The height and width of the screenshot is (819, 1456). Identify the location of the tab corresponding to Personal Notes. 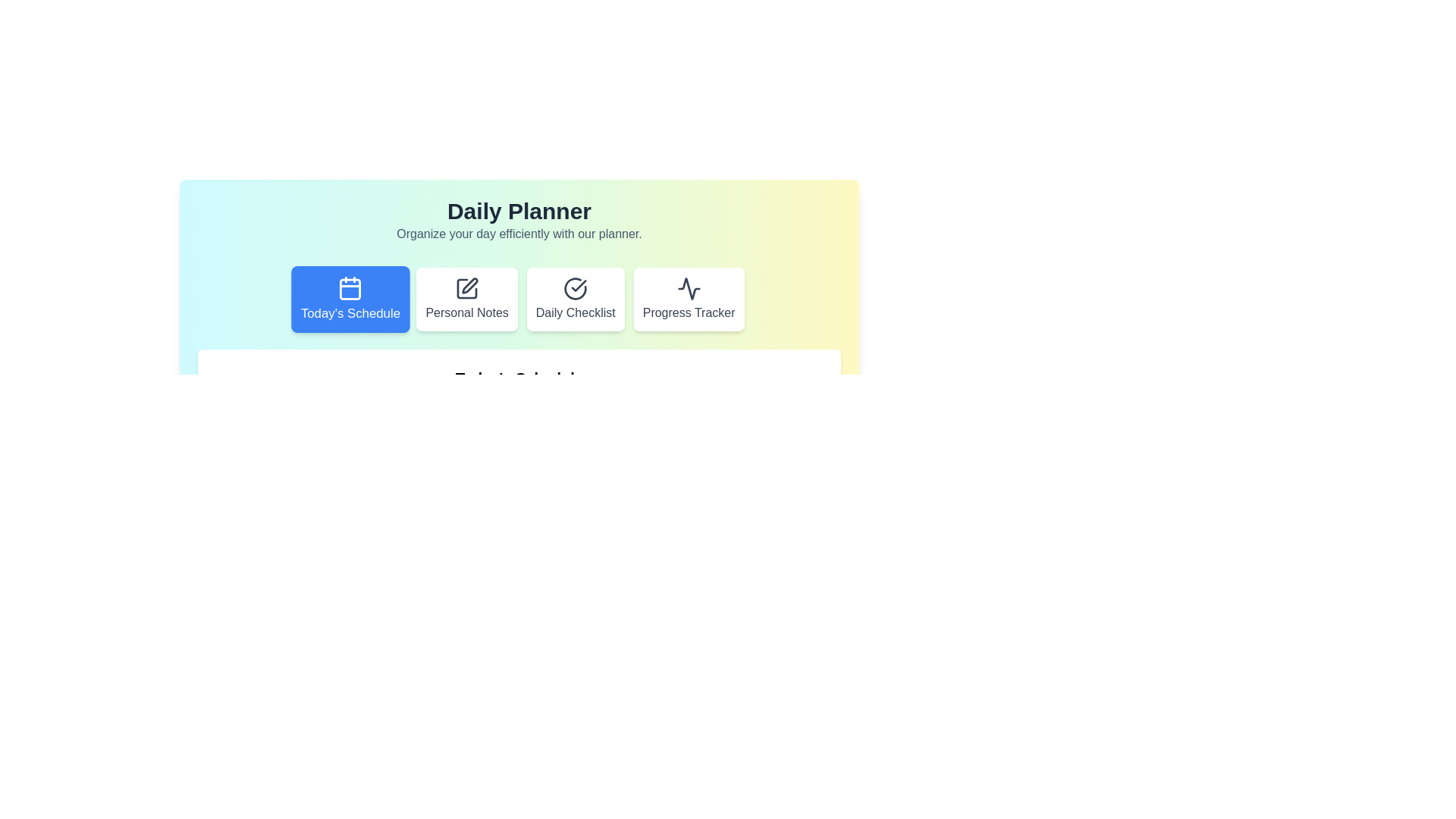
(466, 299).